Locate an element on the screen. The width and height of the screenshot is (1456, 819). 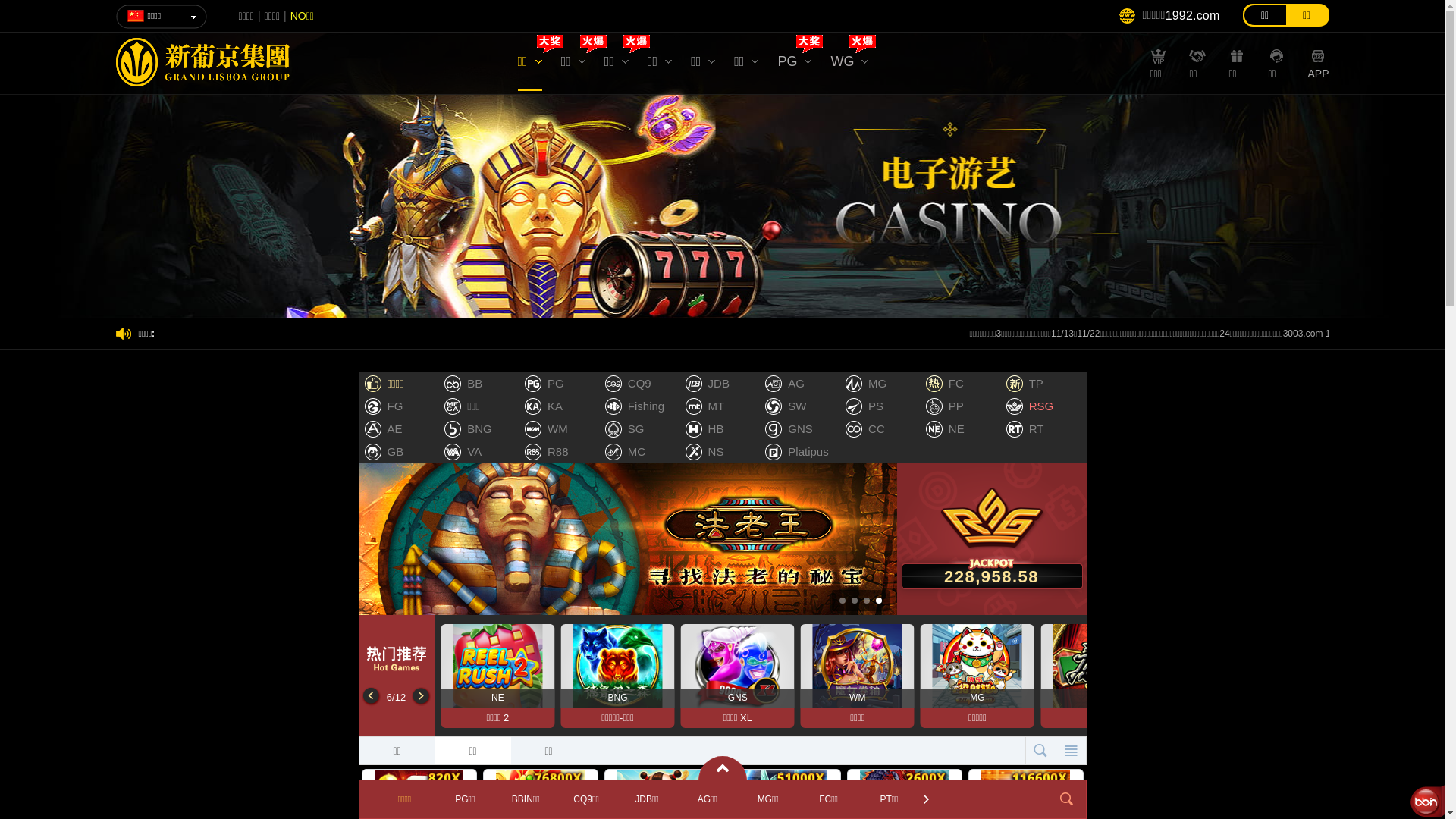
'PG' is located at coordinates (793, 64).